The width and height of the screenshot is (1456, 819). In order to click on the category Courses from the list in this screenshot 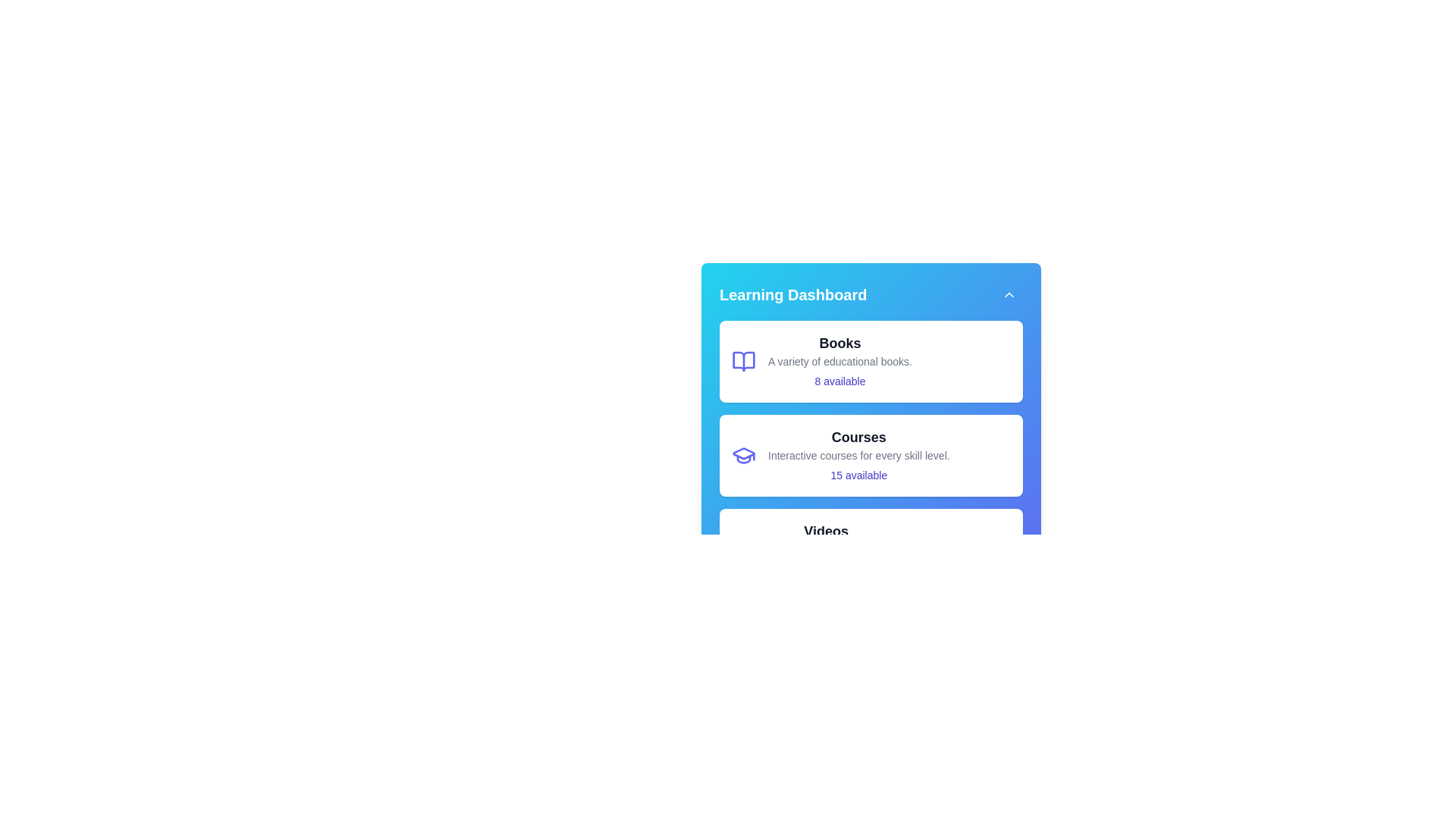, I will do `click(871, 455)`.